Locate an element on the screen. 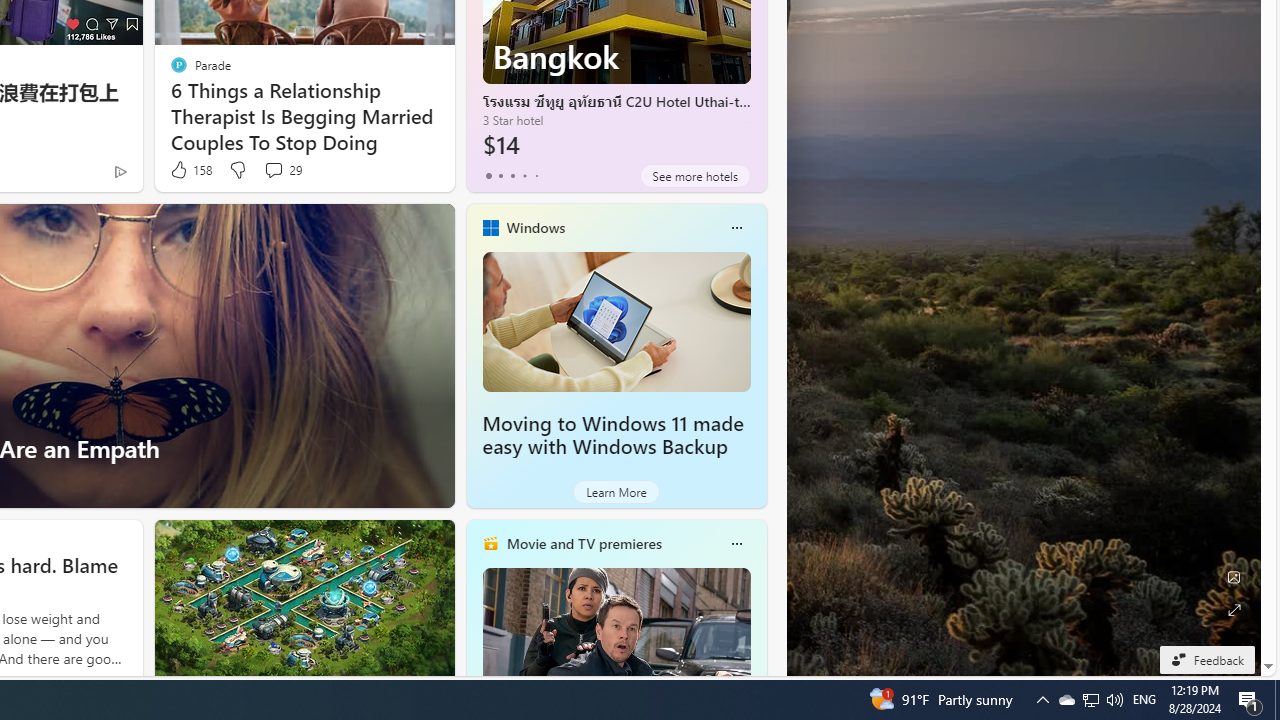 This screenshot has height=720, width=1280. 'tab-4' is located at coordinates (536, 175).